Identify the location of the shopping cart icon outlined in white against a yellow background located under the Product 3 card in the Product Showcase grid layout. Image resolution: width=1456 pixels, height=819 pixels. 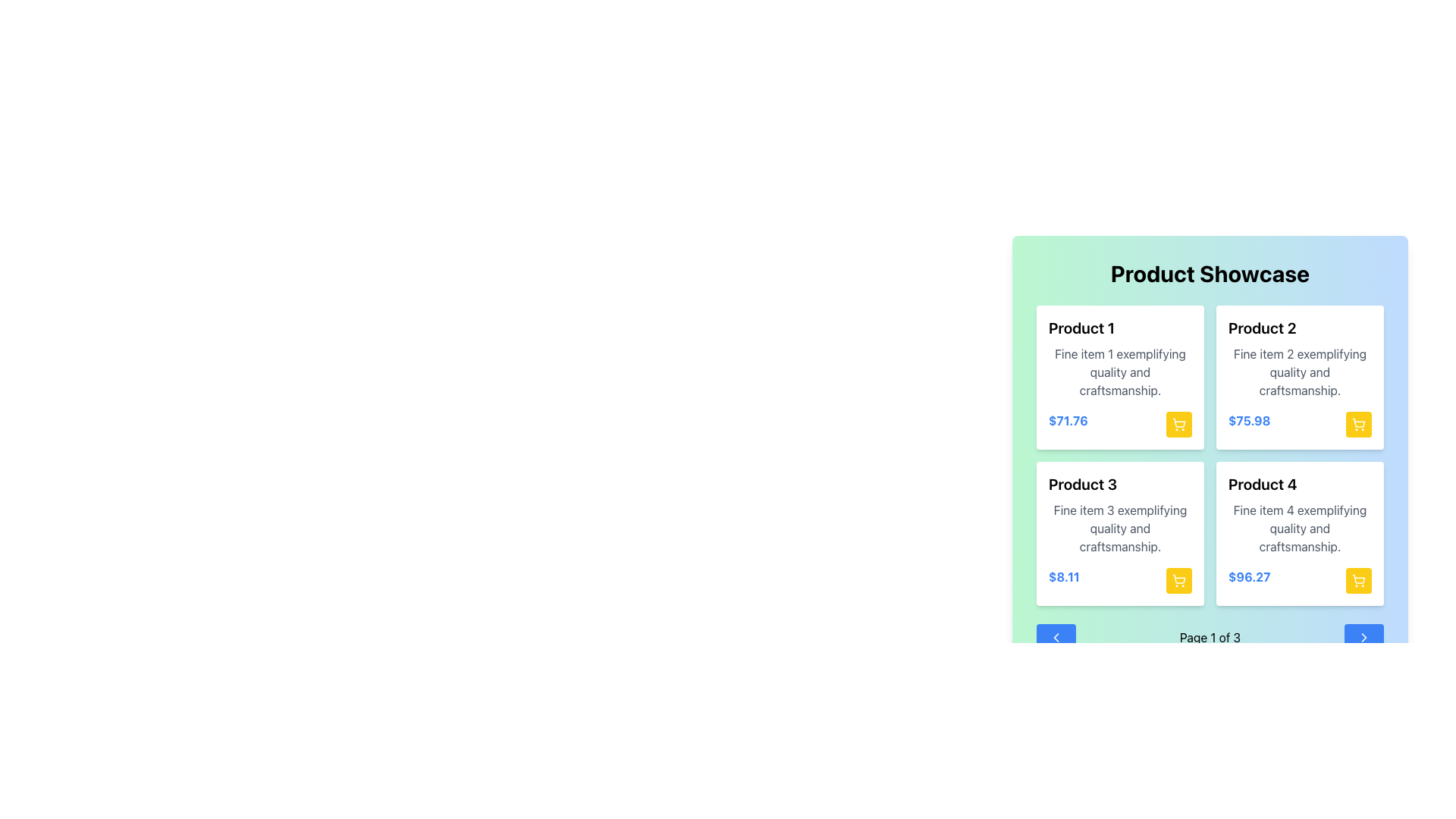
(1178, 580).